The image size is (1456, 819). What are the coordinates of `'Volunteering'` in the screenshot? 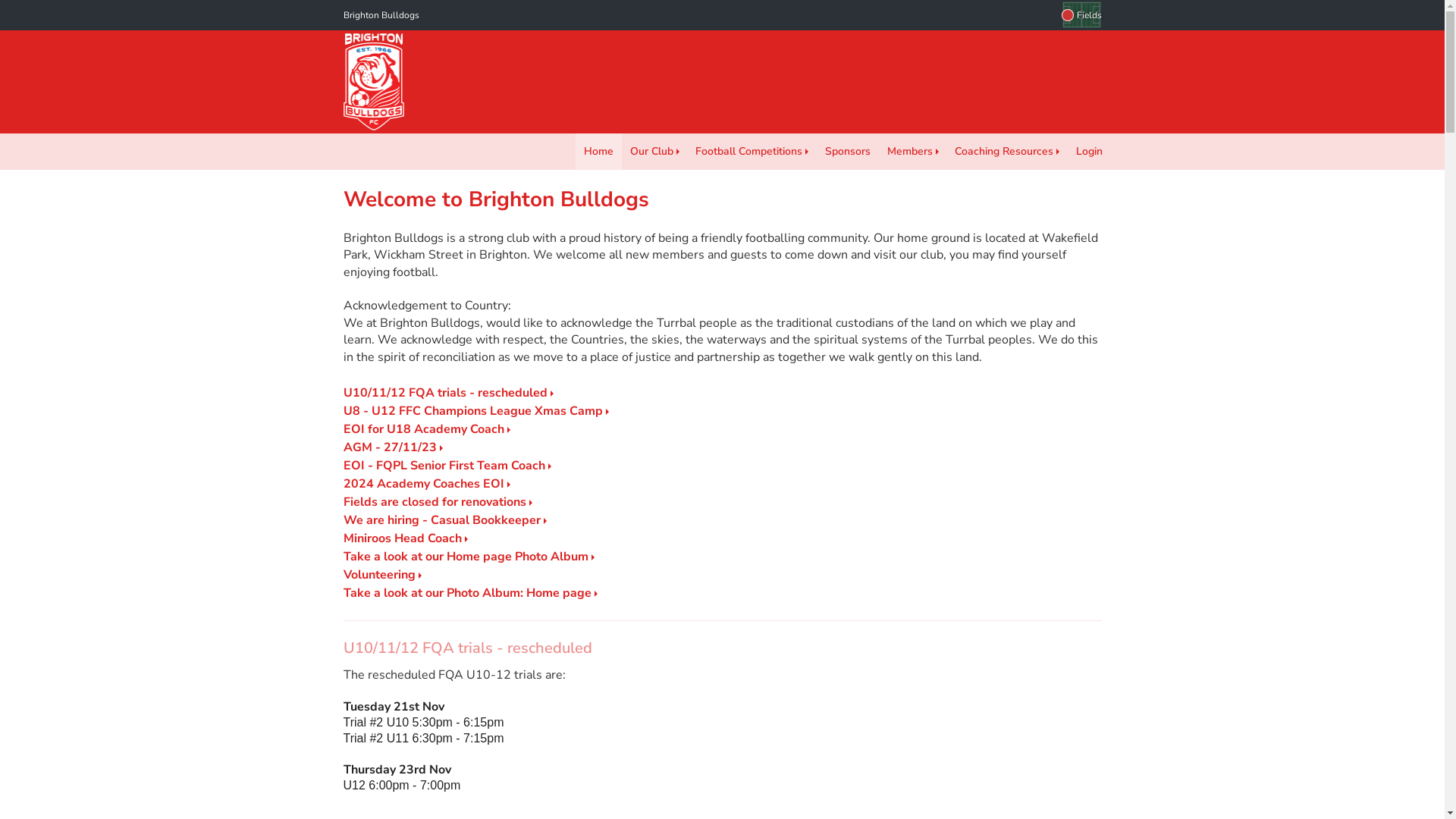 It's located at (381, 575).